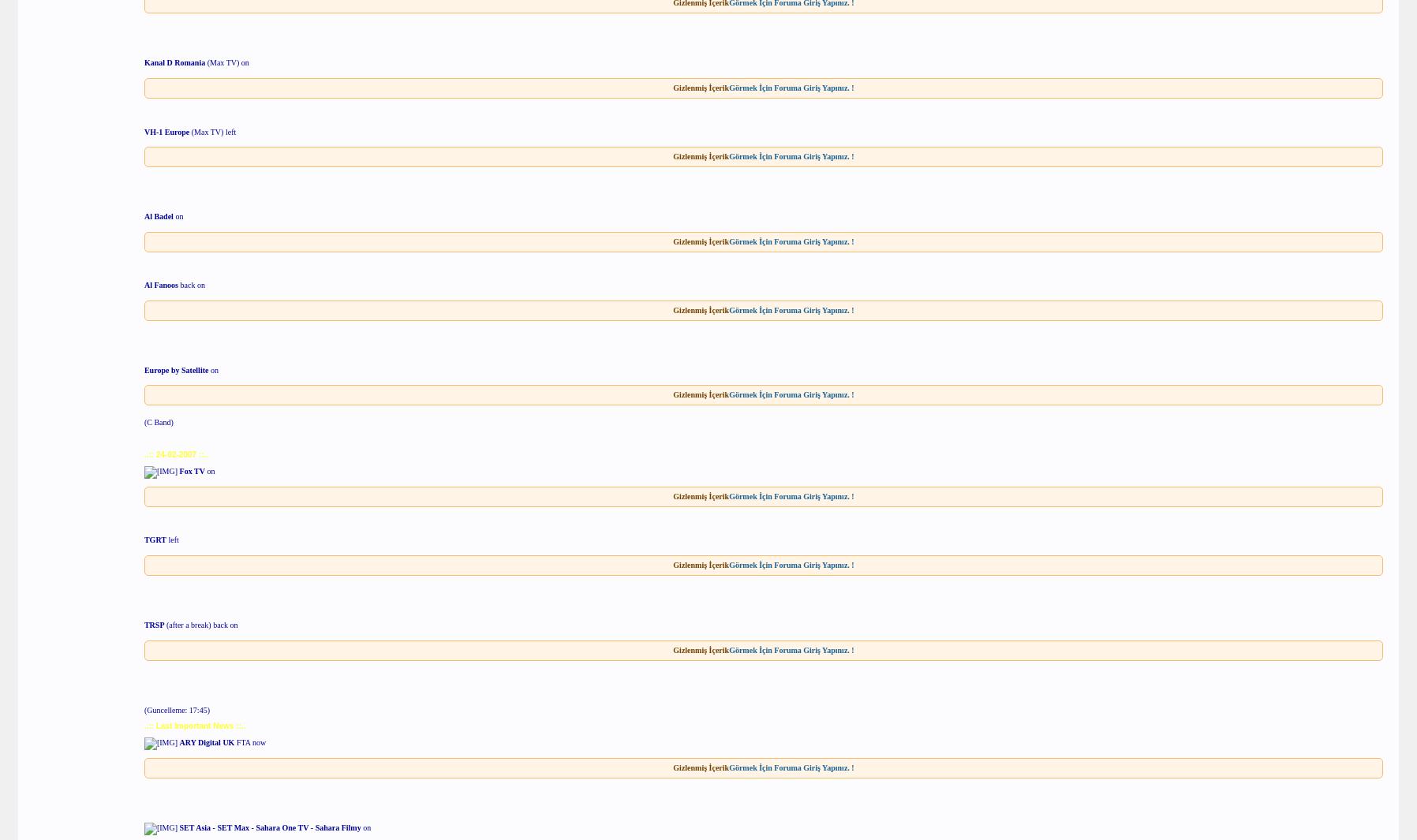 The width and height of the screenshot is (1417, 840). I want to click on 'Al Fanoos', so click(160, 284).